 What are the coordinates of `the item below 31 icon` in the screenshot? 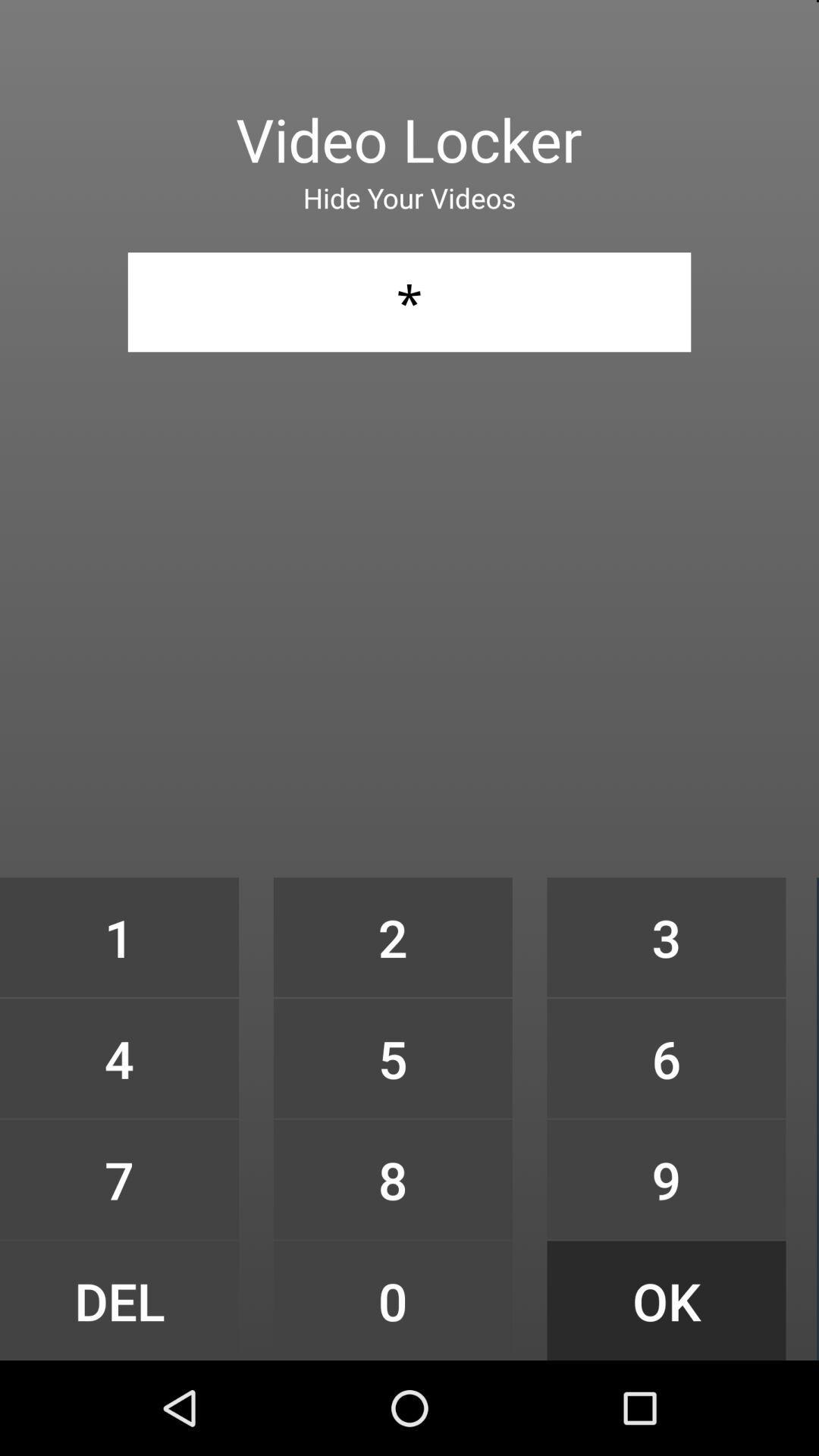 It's located at (118, 937).